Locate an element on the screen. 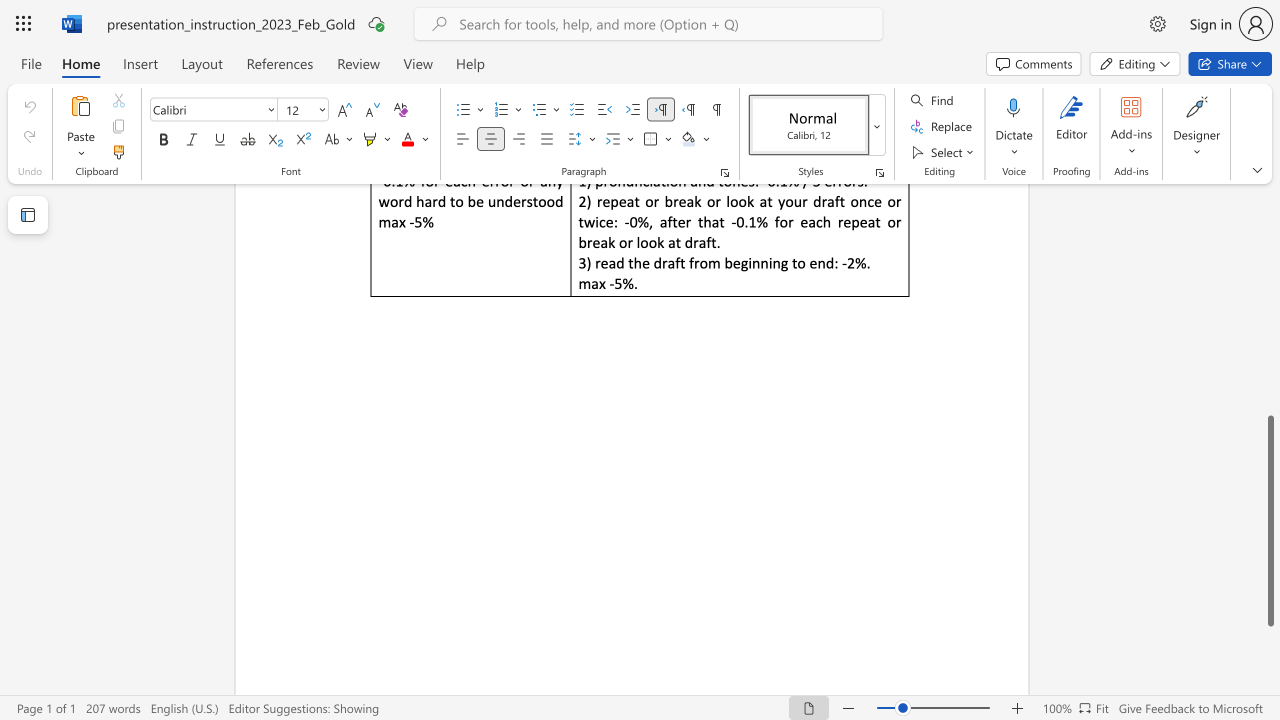  the scrollbar to scroll upward is located at coordinates (1269, 210).